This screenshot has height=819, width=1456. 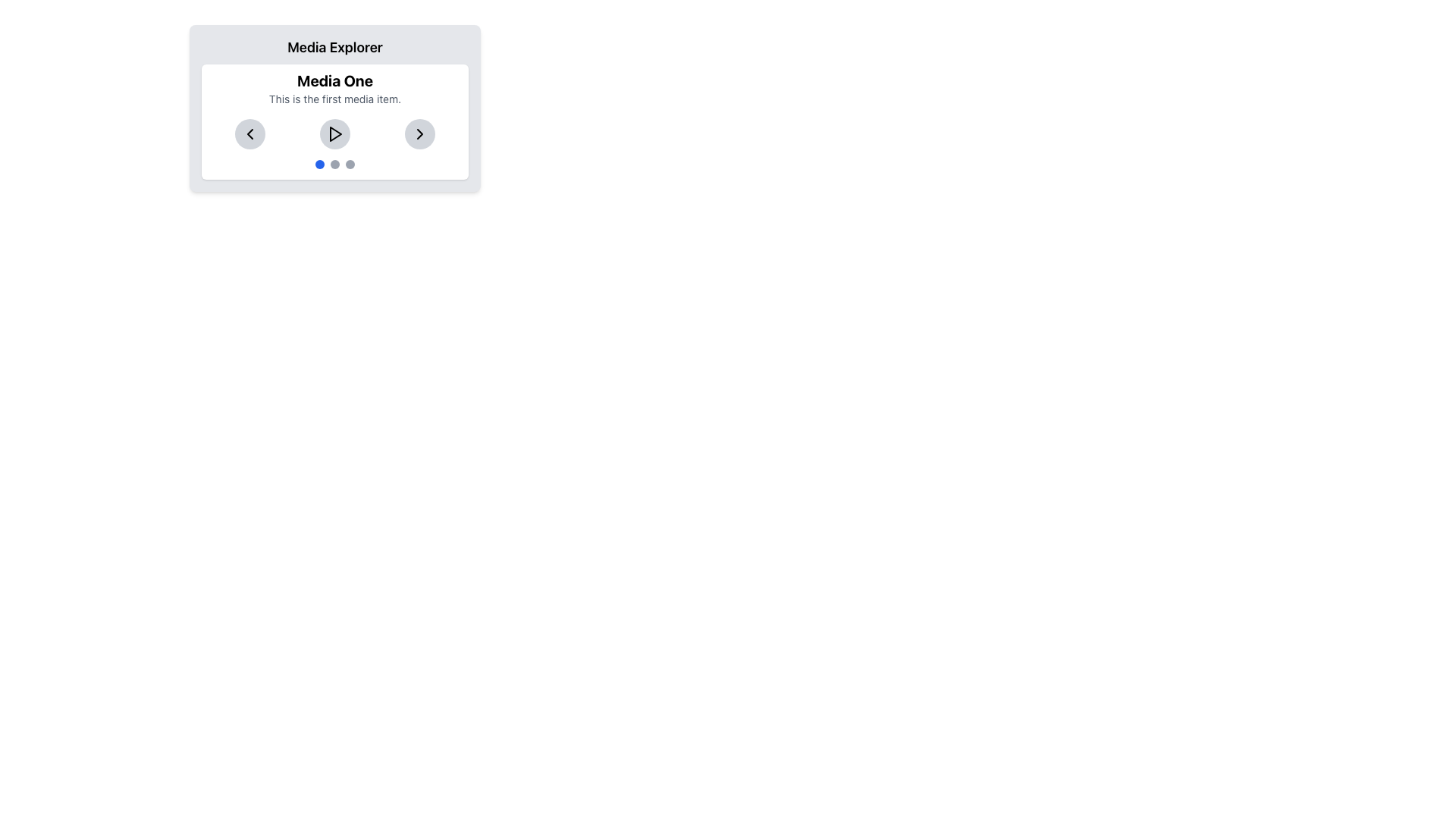 What do you see at coordinates (334, 88) in the screenshot?
I see `text from the 'Media One' text block, which includes a bold title and a smaller description within a card-like component` at bounding box center [334, 88].